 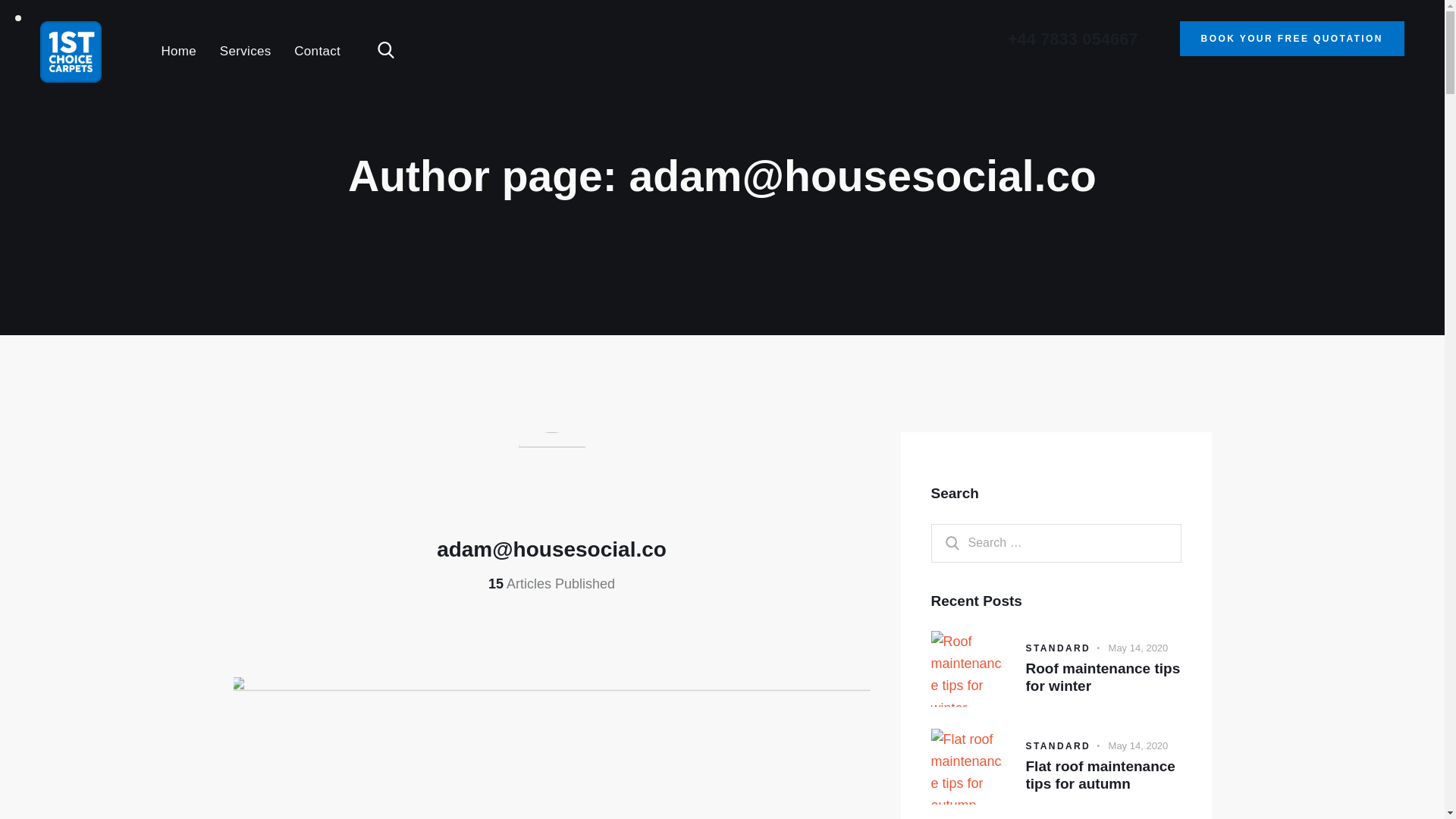 I want to click on 'STANDARD', so click(x=1057, y=648).